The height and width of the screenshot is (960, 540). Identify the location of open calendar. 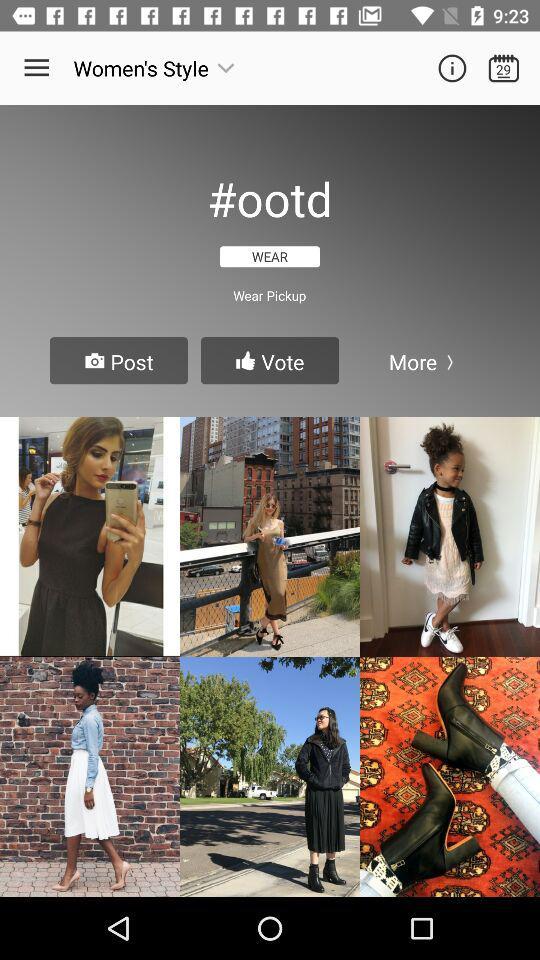
(502, 68).